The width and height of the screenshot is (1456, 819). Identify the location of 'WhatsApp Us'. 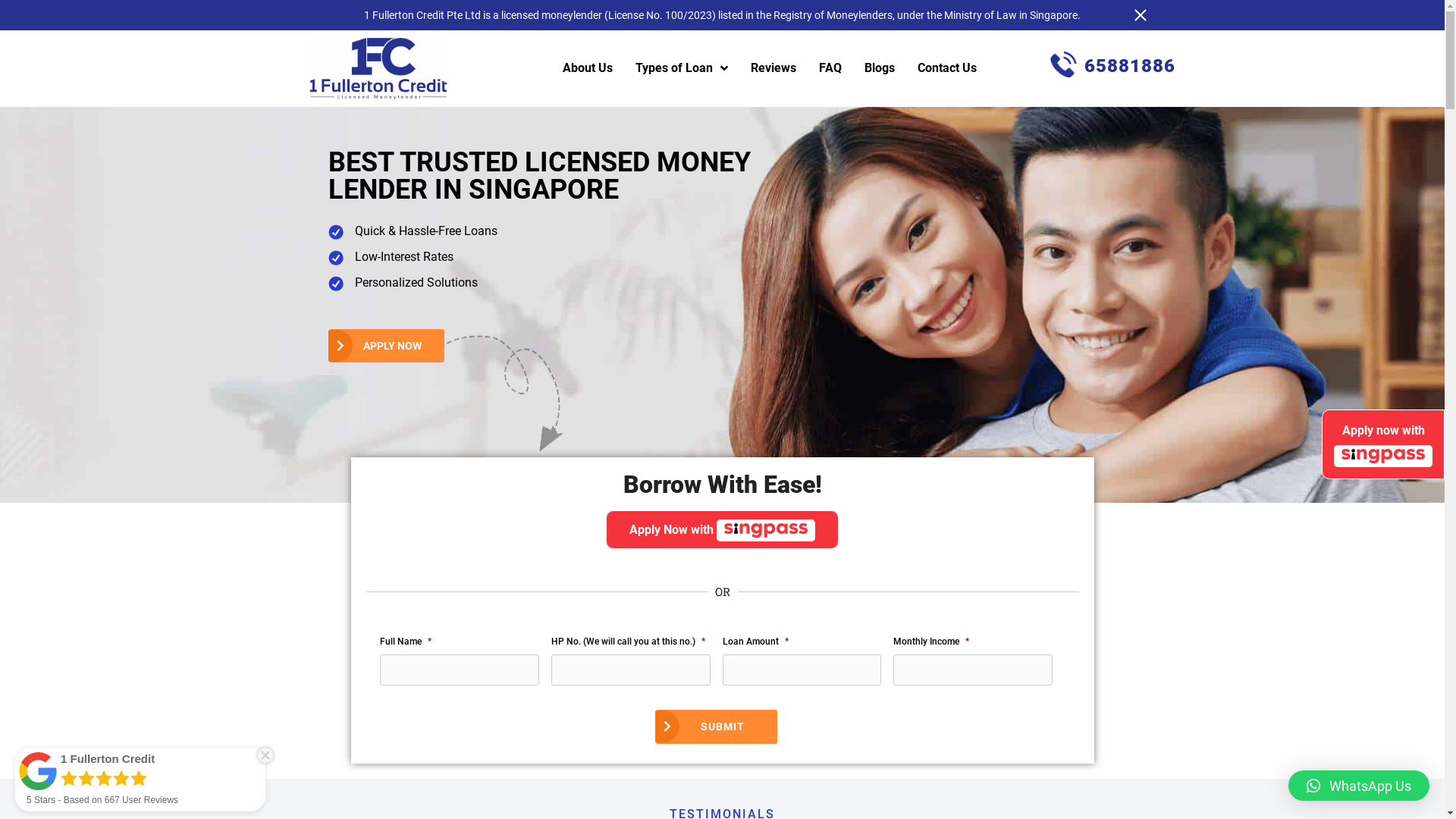
(1358, 785).